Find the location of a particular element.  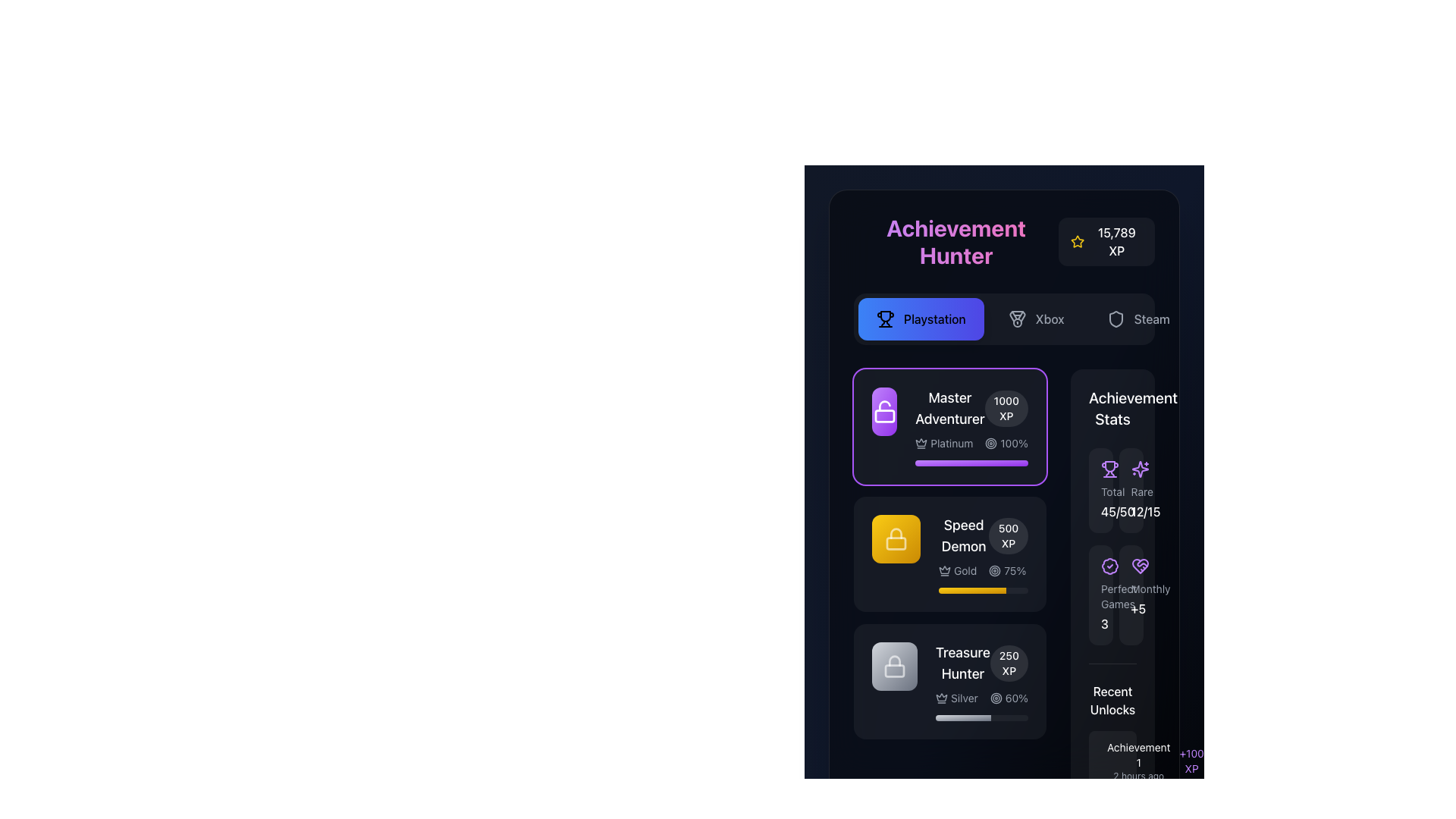

the achievement icon located centrally within the 'Master Adventurer' box on the main dashboard is located at coordinates (1110, 465).